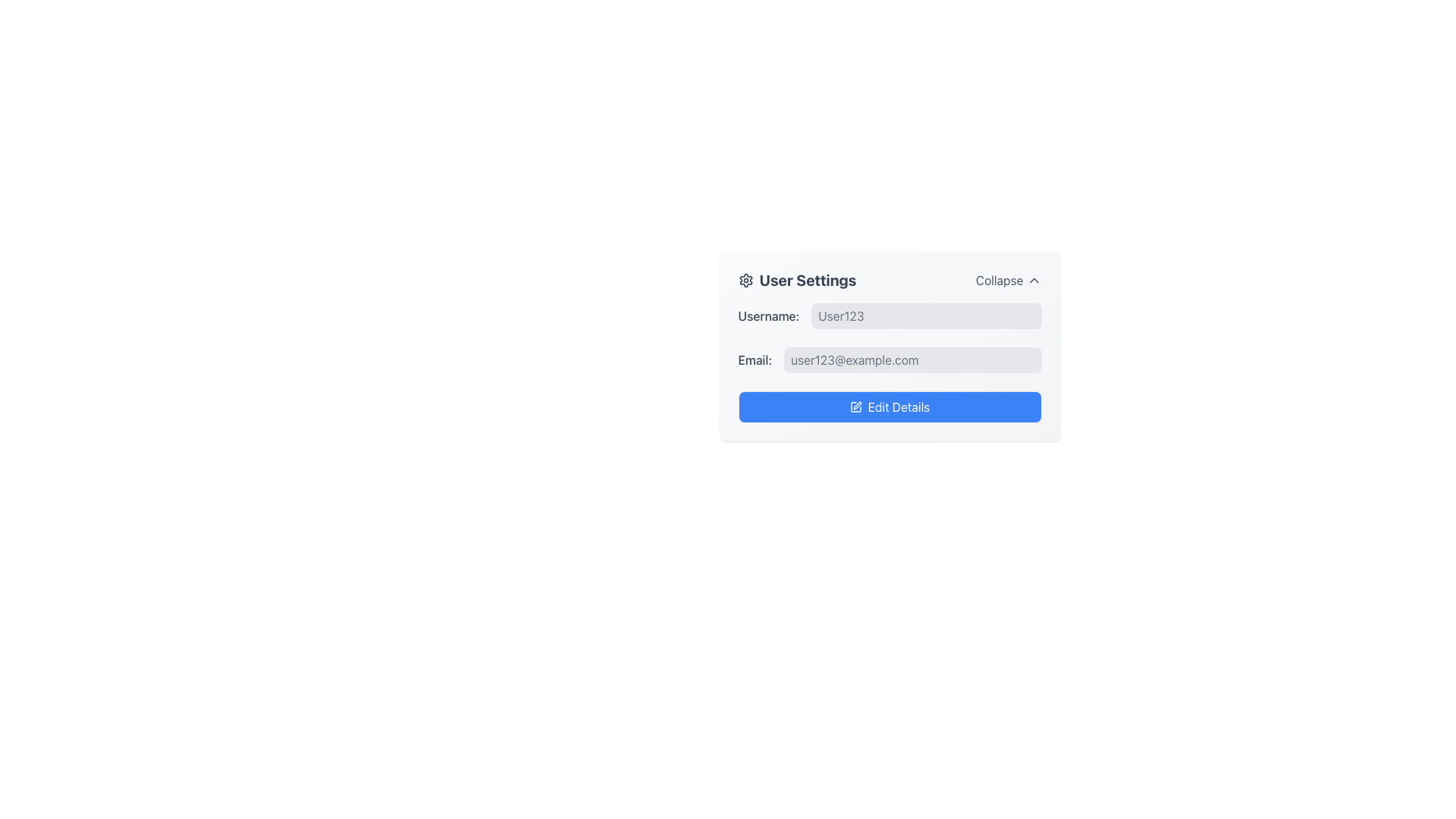 This screenshot has width=1456, height=819. Describe the element at coordinates (755, 359) in the screenshot. I see `the descriptive Text Label element for the email input field in the User Settings card interface` at that location.